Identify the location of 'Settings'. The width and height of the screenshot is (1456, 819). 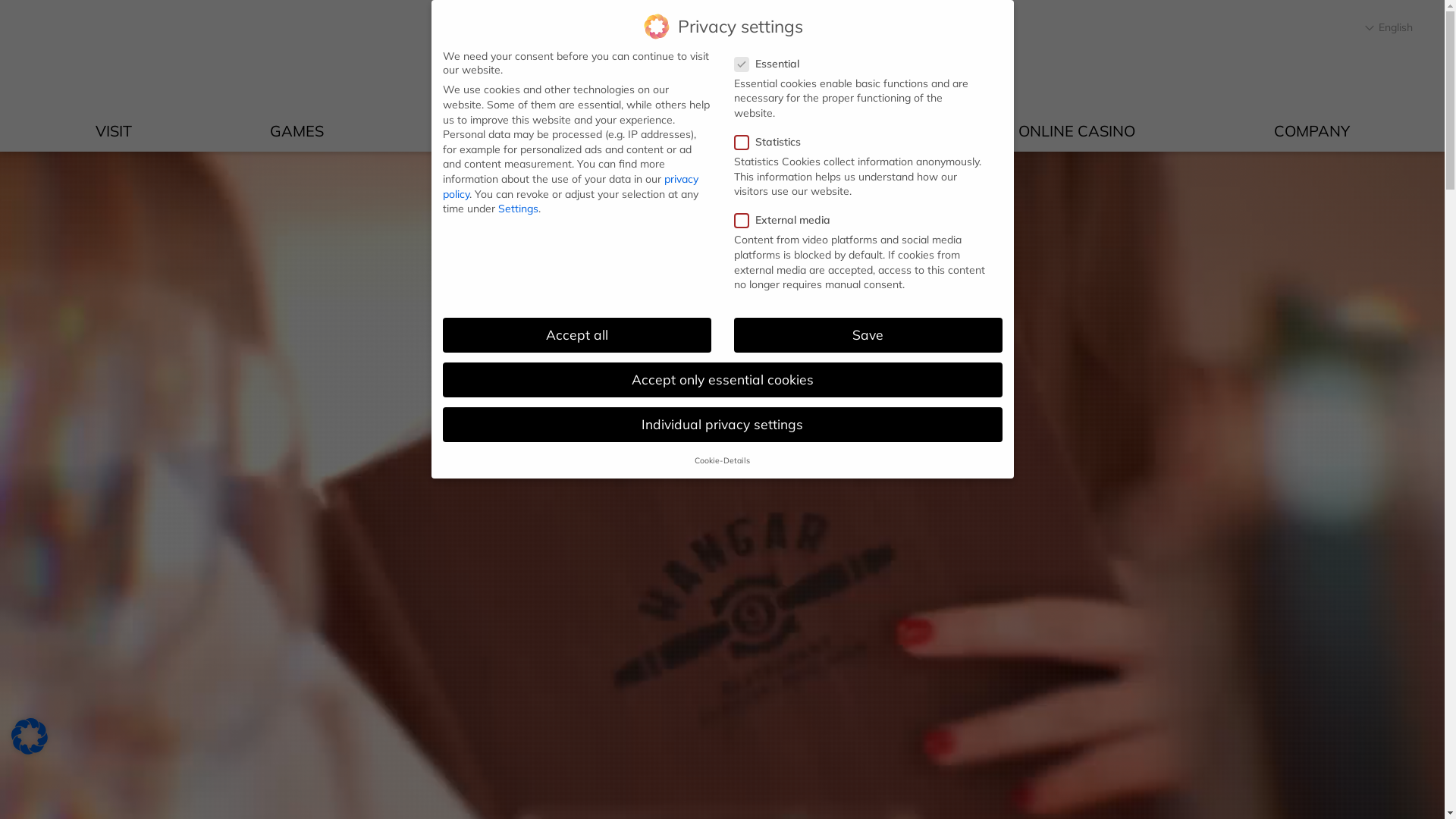
(517, 208).